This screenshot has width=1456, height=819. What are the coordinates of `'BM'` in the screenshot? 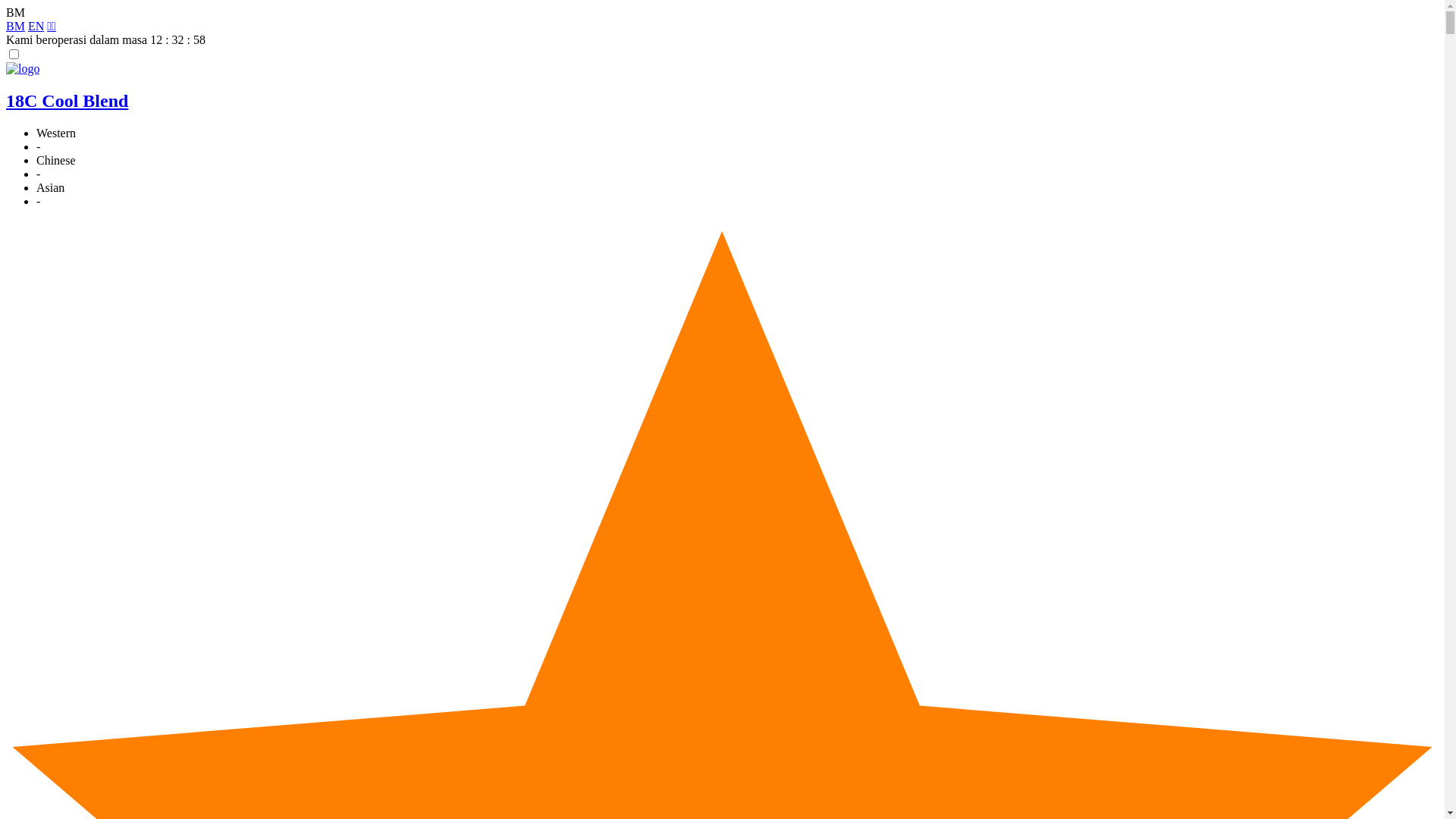 It's located at (15, 26).